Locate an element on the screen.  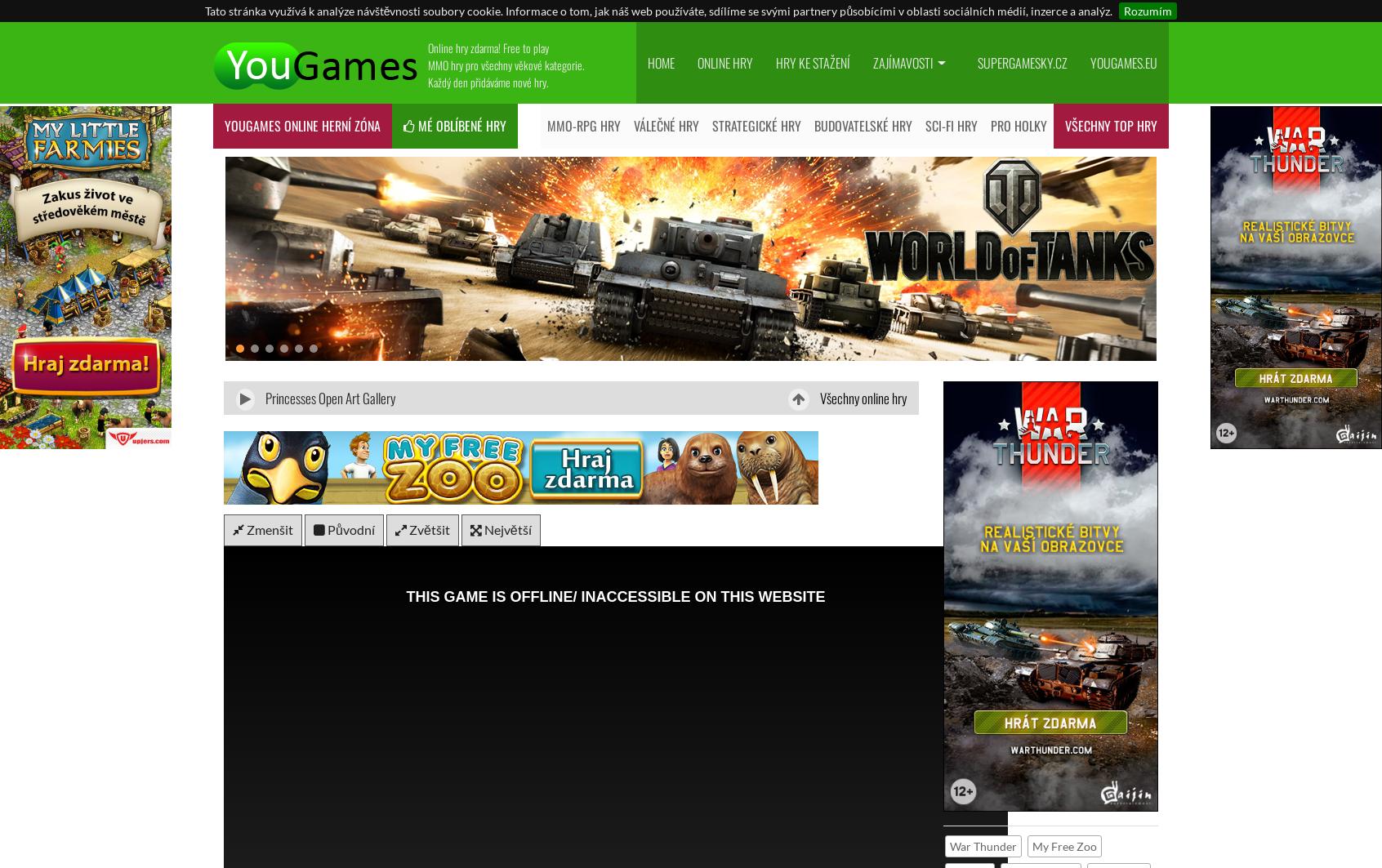
'Strategické hry' is located at coordinates (756, 126).